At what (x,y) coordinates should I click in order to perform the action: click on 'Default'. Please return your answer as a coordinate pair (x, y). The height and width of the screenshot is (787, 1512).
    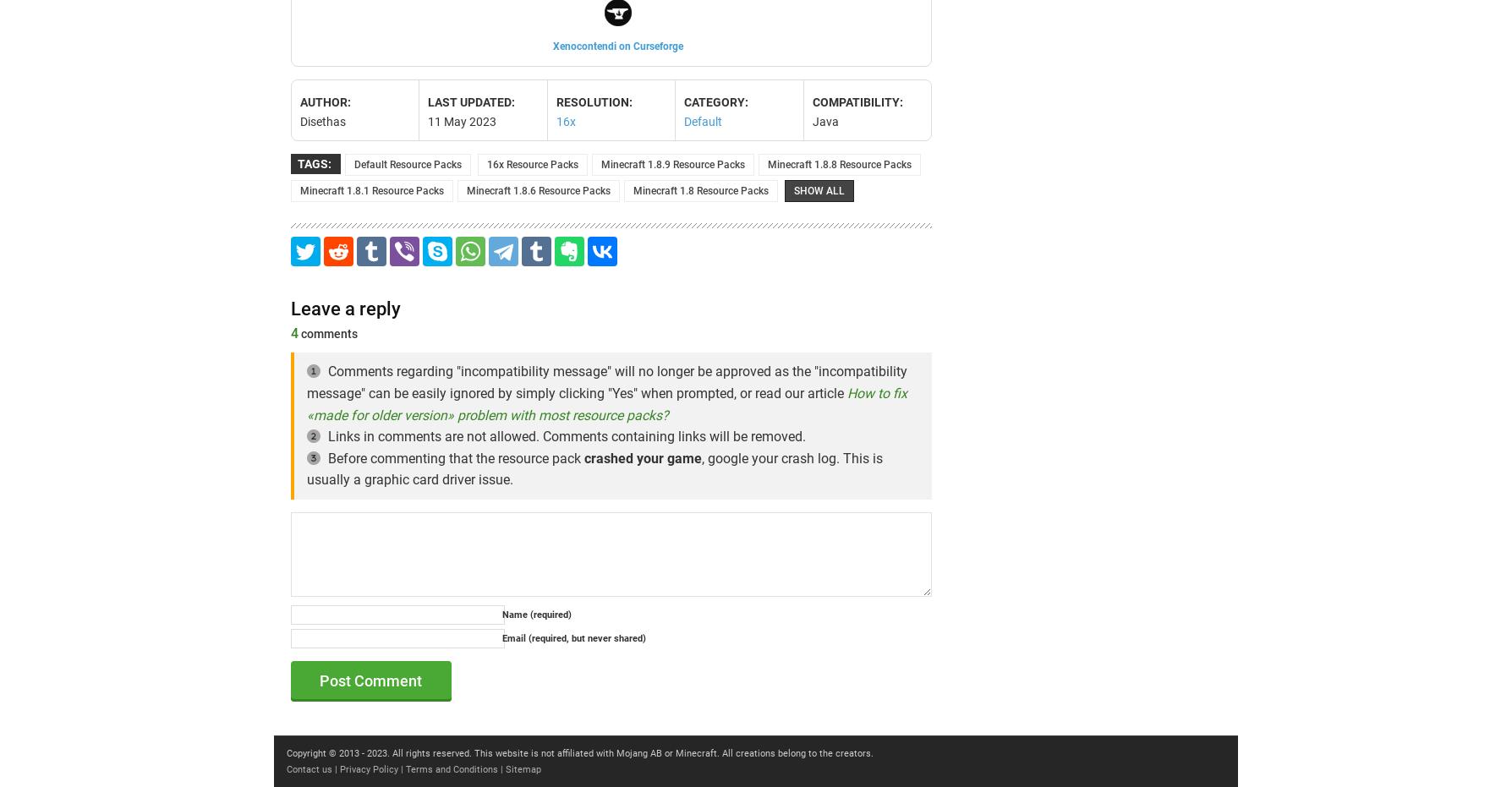
    Looking at the image, I should click on (702, 120).